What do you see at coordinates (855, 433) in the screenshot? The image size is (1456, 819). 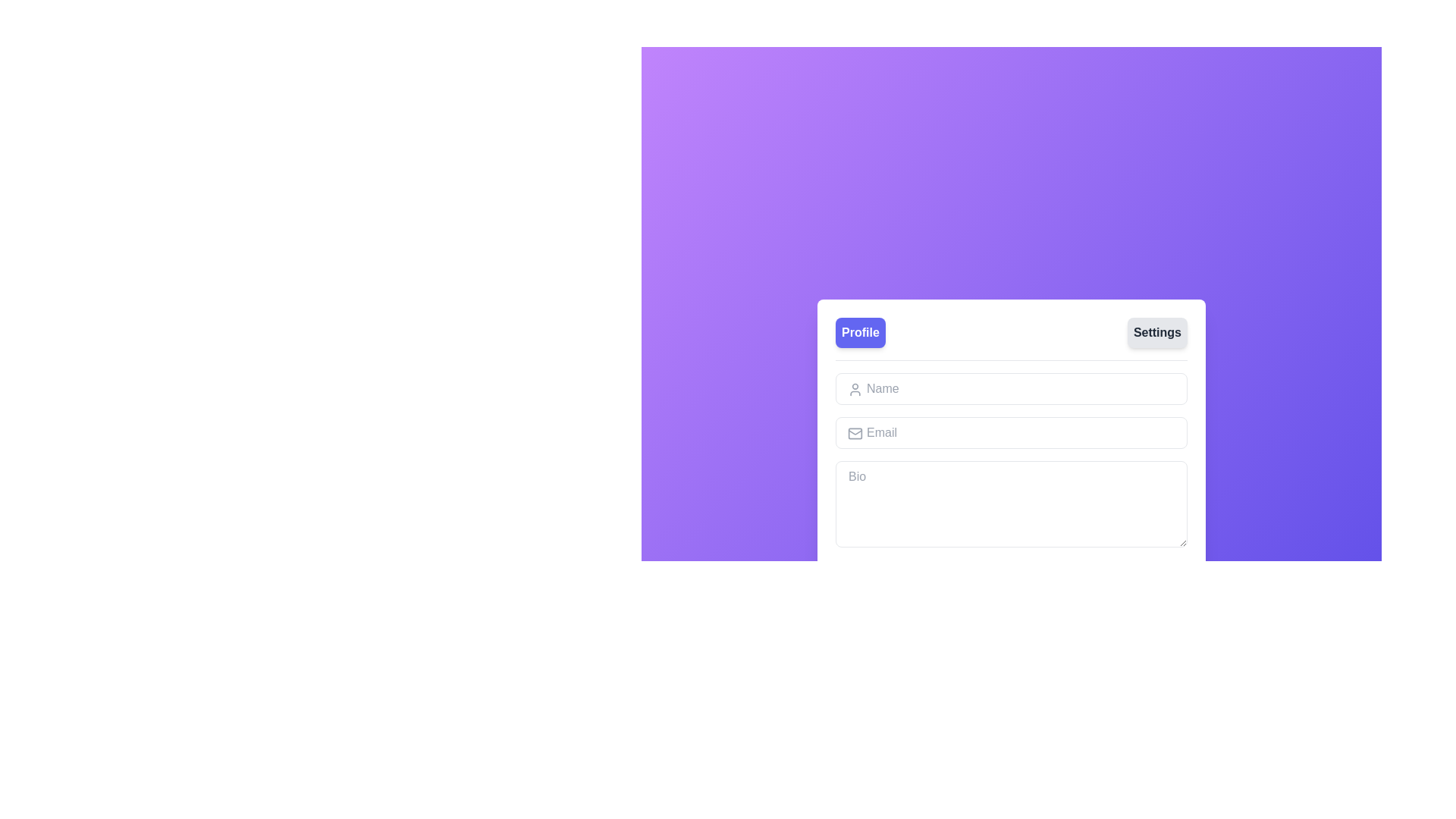 I see `the envelope-shaped icon indicating the email input field, located on the left side of the 'Email' input field` at bounding box center [855, 433].